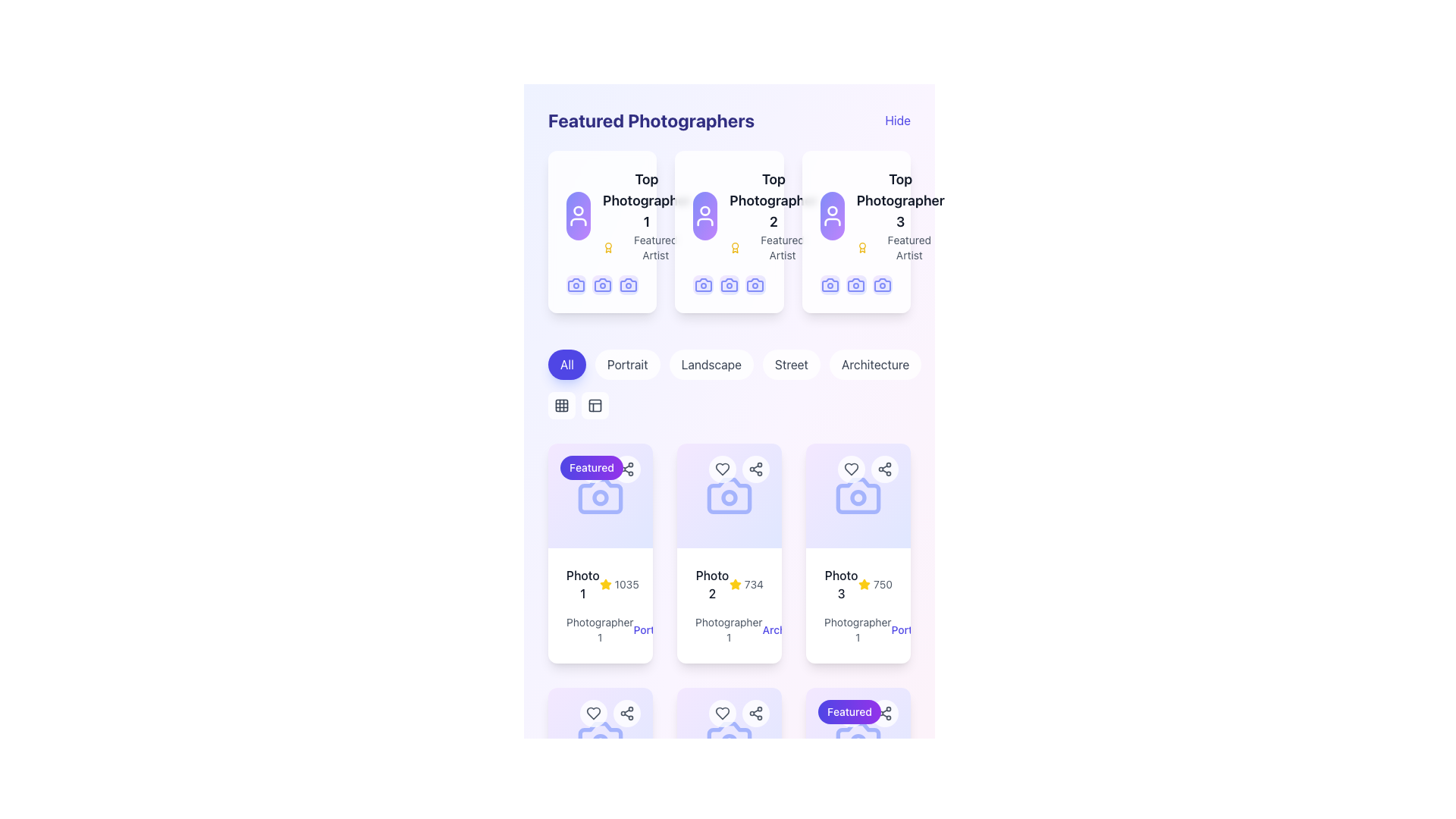  Describe the element at coordinates (883, 584) in the screenshot. I see `text label displaying '750' which is in a small gray font and located to the right of a star icon, part of the 'Photo 3' card in the grid layout` at that location.